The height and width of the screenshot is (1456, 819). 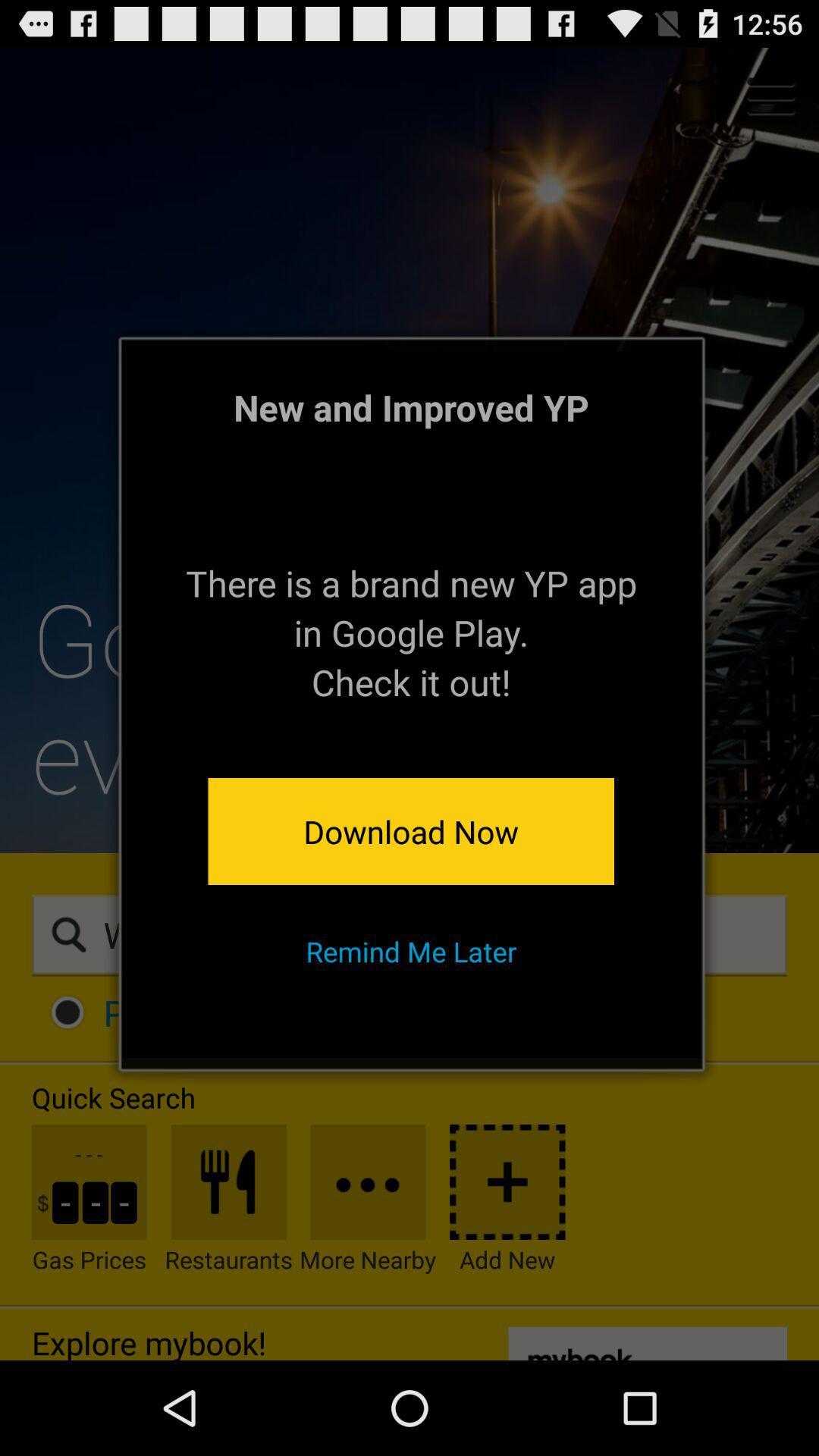 What do you see at coordinates (411, 830) in the screenshot?
I see `app below the there is a` at bounding box center [411, 830].